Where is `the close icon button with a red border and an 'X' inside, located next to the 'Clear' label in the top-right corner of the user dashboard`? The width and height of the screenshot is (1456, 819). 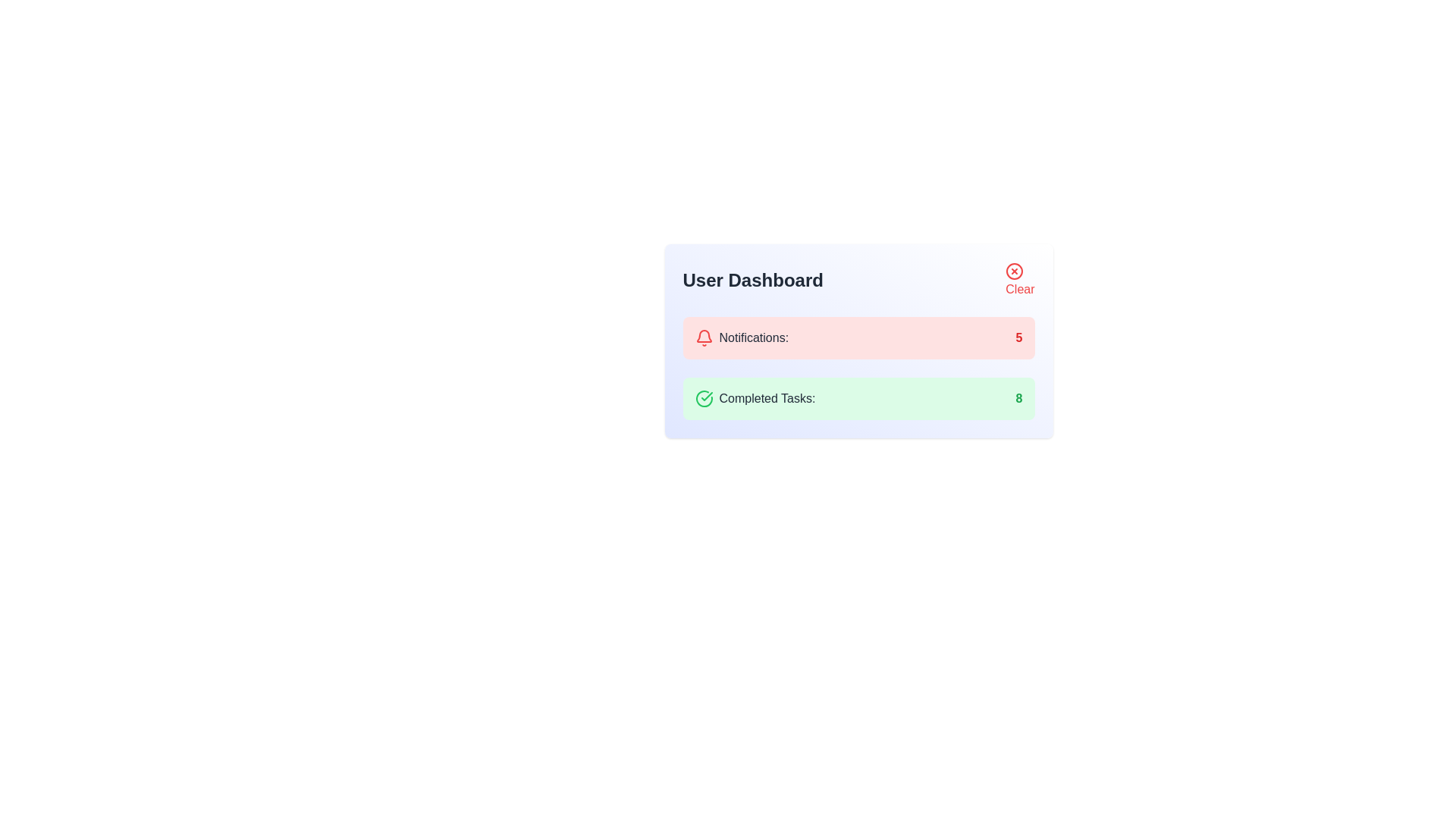
the close icon button with a red border and an 'X' inside, located next to the 'Clear' label in the top-right corner of the user dashboard is located at coordinates (1015, 271).